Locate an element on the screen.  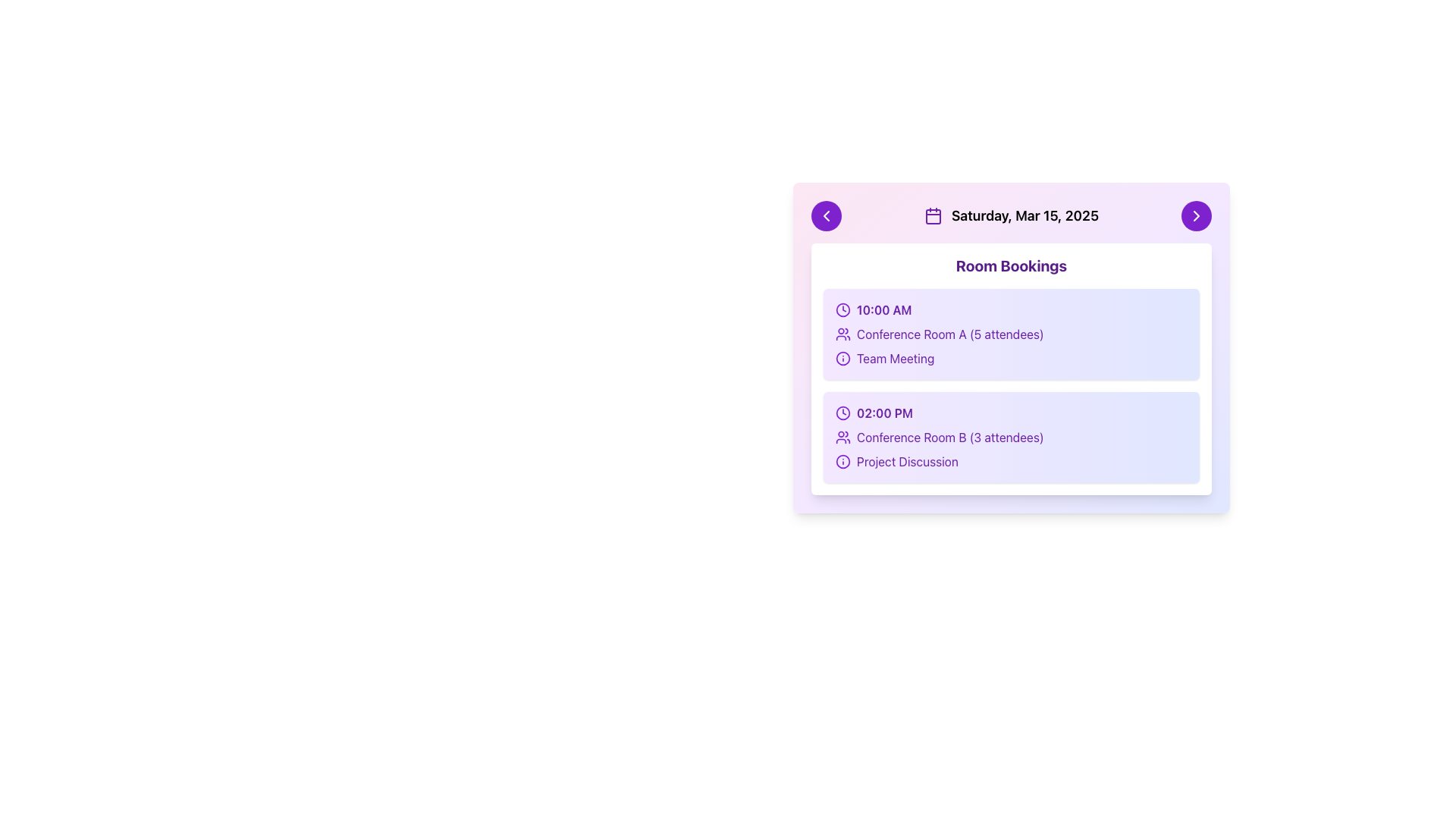
the text label for the scheduled event at 10:00 AM in the 'Room Bookings' section, located to the right of the information icon is located at coordinates (896, 359).